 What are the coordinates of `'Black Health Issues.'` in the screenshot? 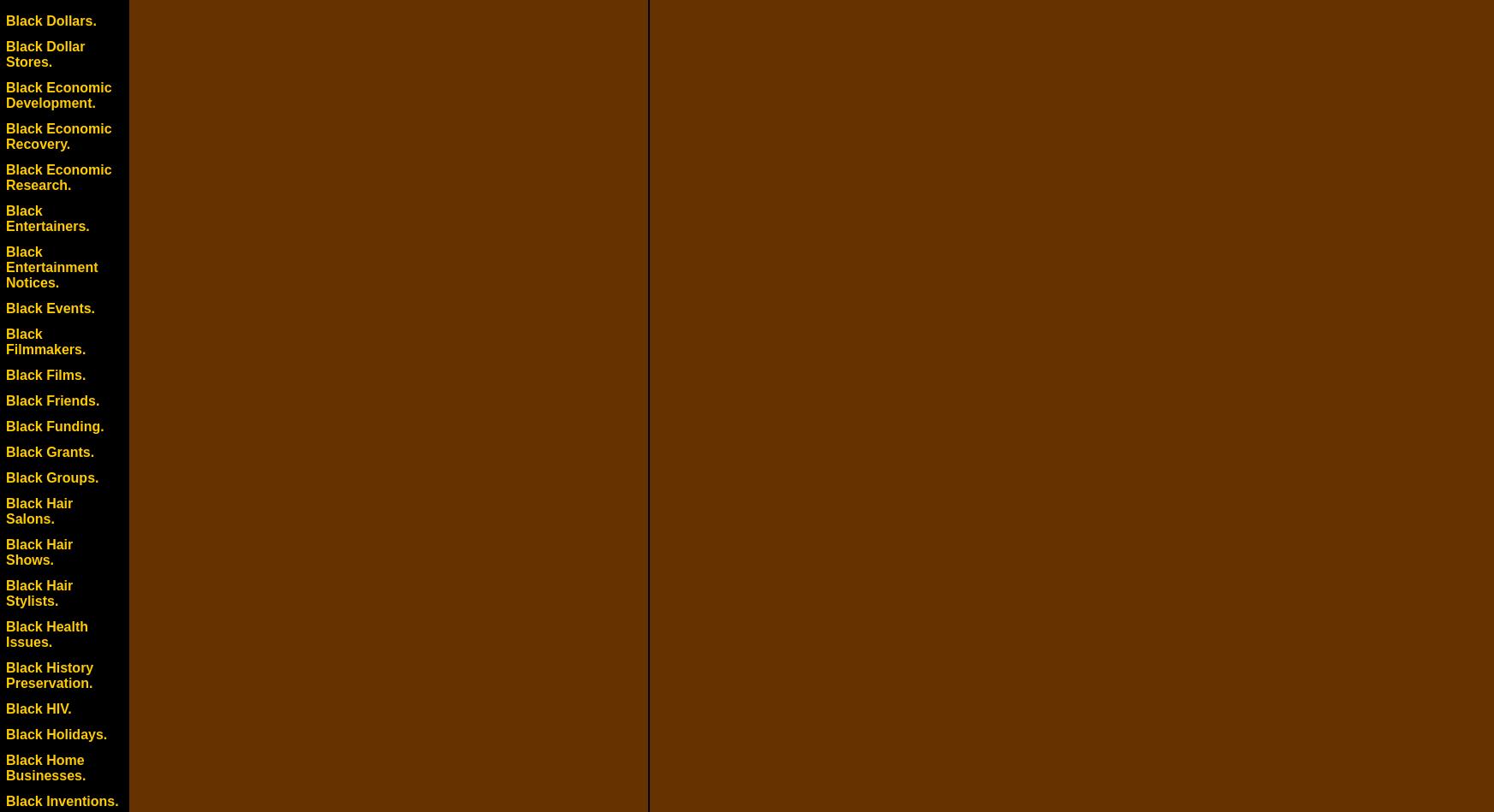 It's located at (45, 634).